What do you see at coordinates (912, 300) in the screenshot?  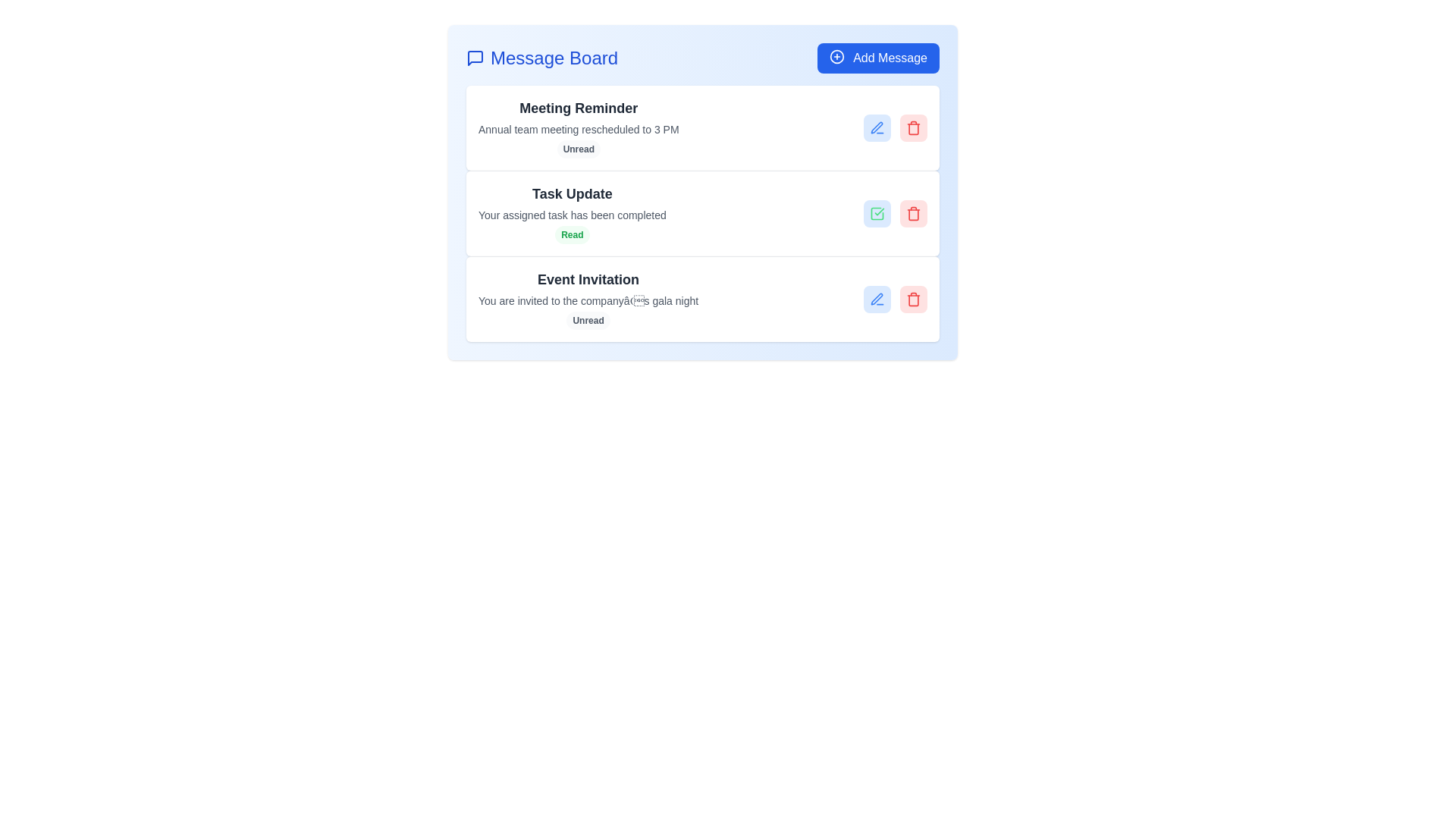 I see `the trash can icon button, which signifies the delete action, located at the far right of the 'Event Invitation' notification` at bounding box center [912, 300].